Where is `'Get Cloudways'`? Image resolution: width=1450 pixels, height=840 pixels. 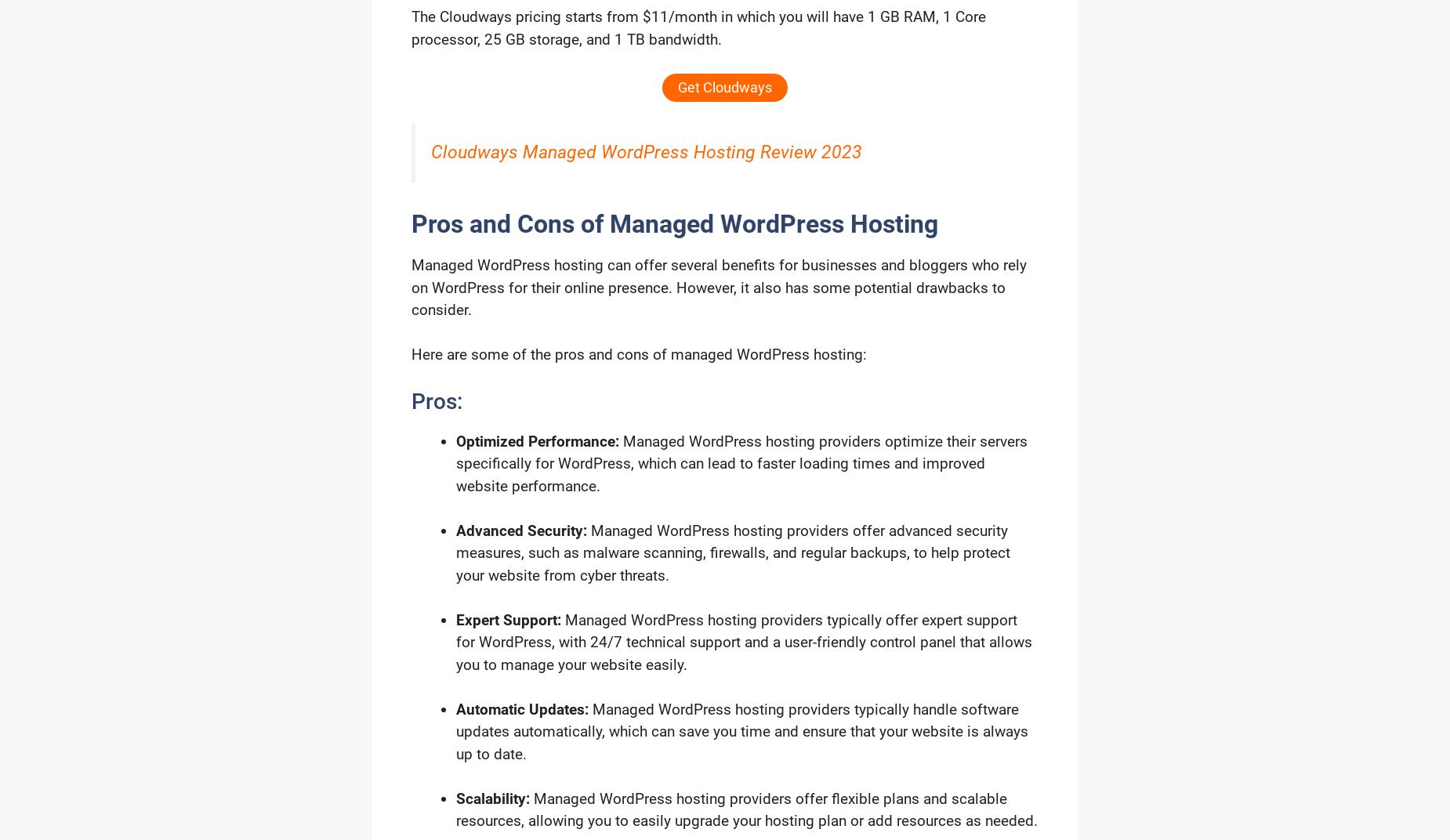 'Get Cloudways' is located at coordinates (725, 86).